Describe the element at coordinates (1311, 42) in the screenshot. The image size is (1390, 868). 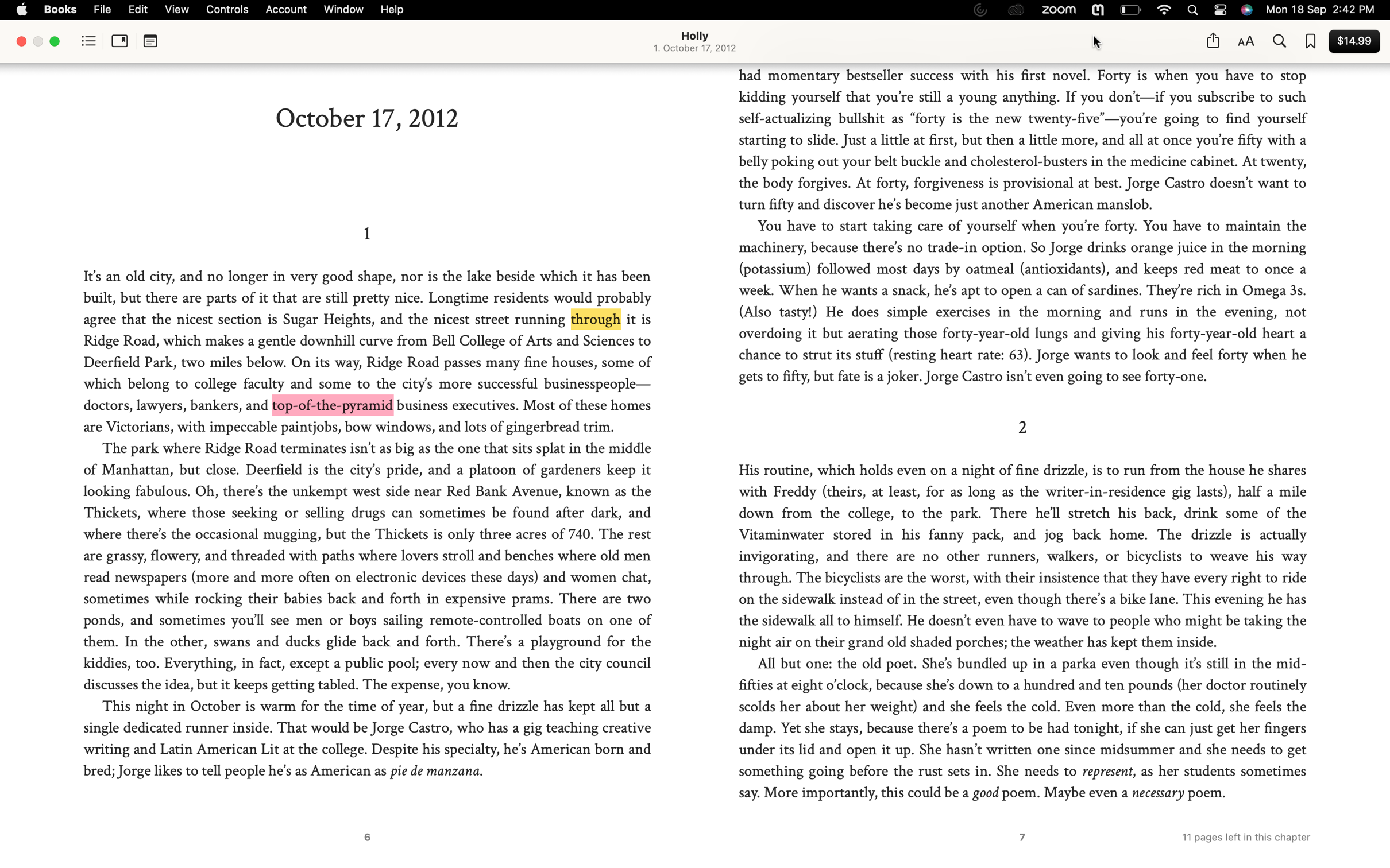
I see `Bookmark the current page and see all bookmarks` at that location.